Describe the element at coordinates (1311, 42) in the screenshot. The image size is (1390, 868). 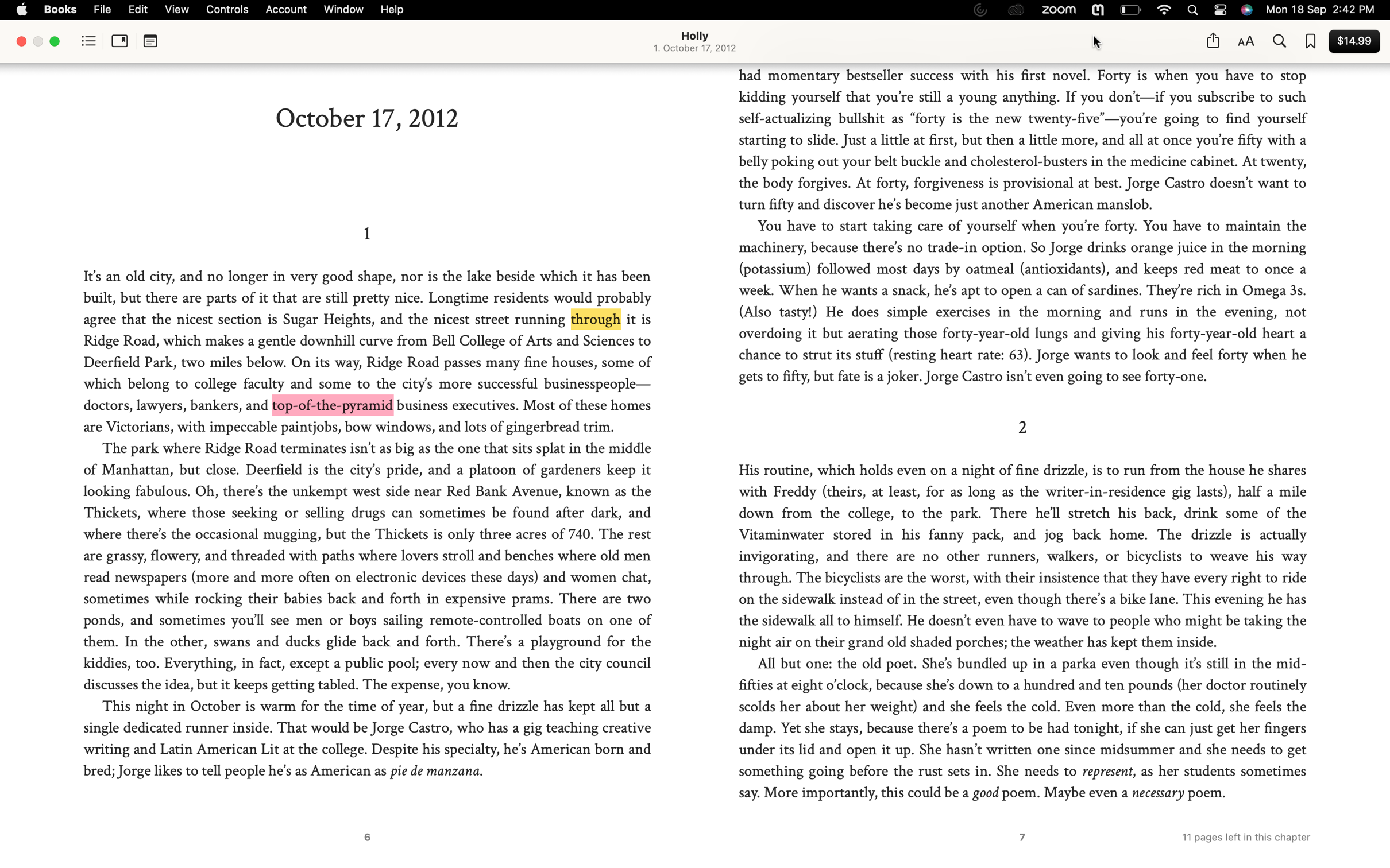
I see `Bookmark the current page and see all bookmarks` at that location.